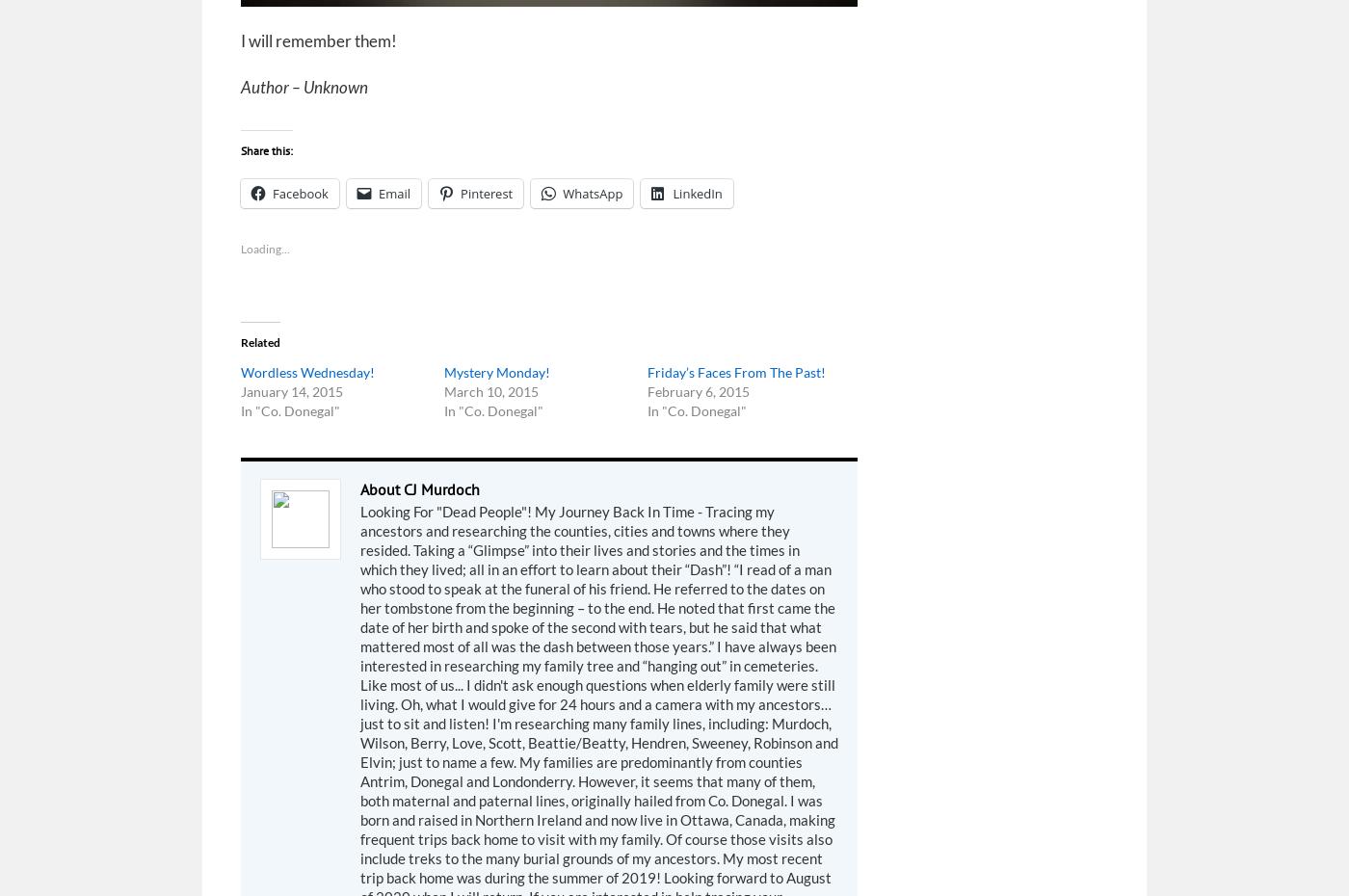 Image resolution: width=1349 pixels, height=896 pixels. I want to click on 'Email', so click(393, 192).